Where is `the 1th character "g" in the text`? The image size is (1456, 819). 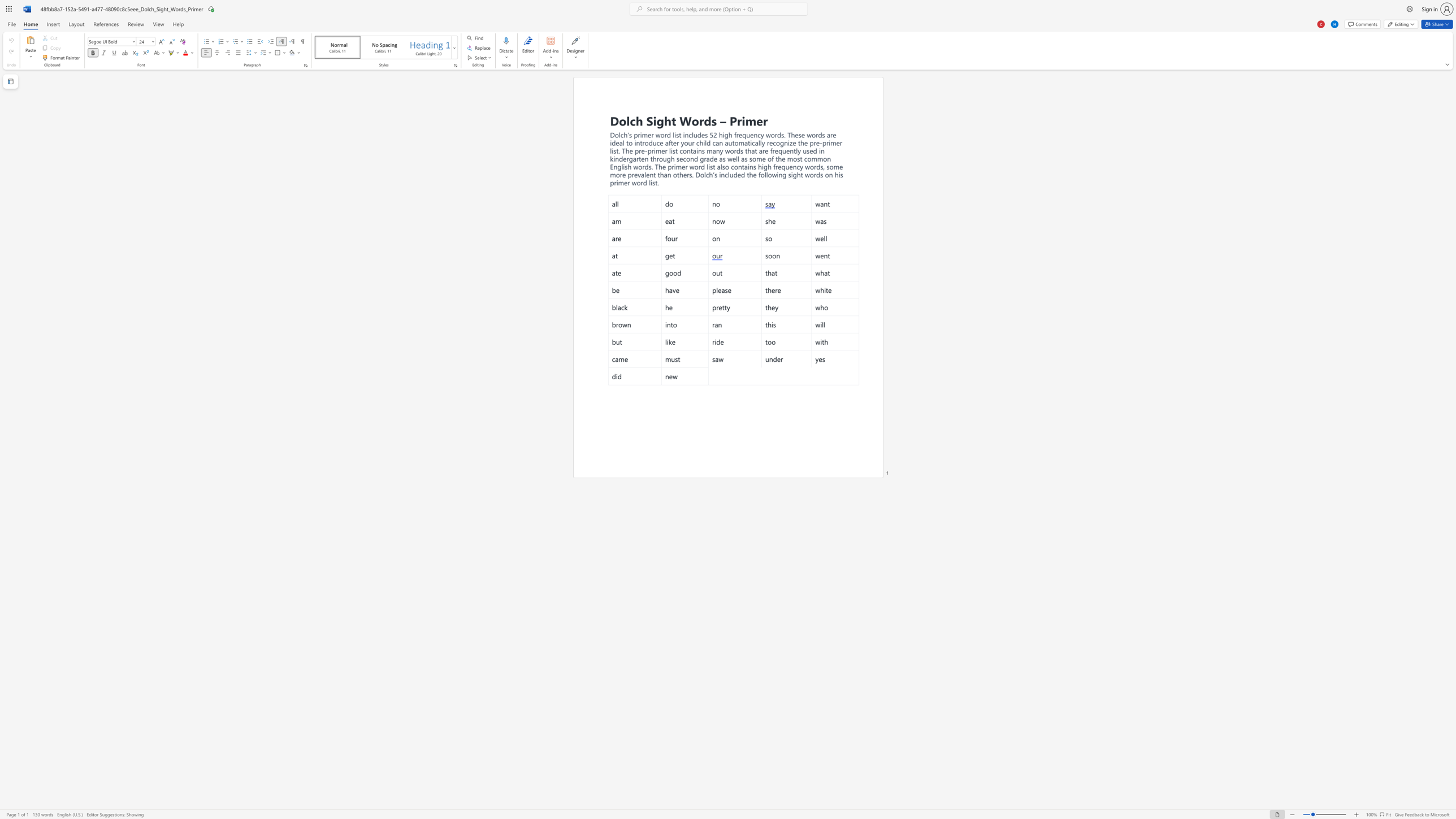
the 1th character "g" in the text is located at coordinates (660, 120).